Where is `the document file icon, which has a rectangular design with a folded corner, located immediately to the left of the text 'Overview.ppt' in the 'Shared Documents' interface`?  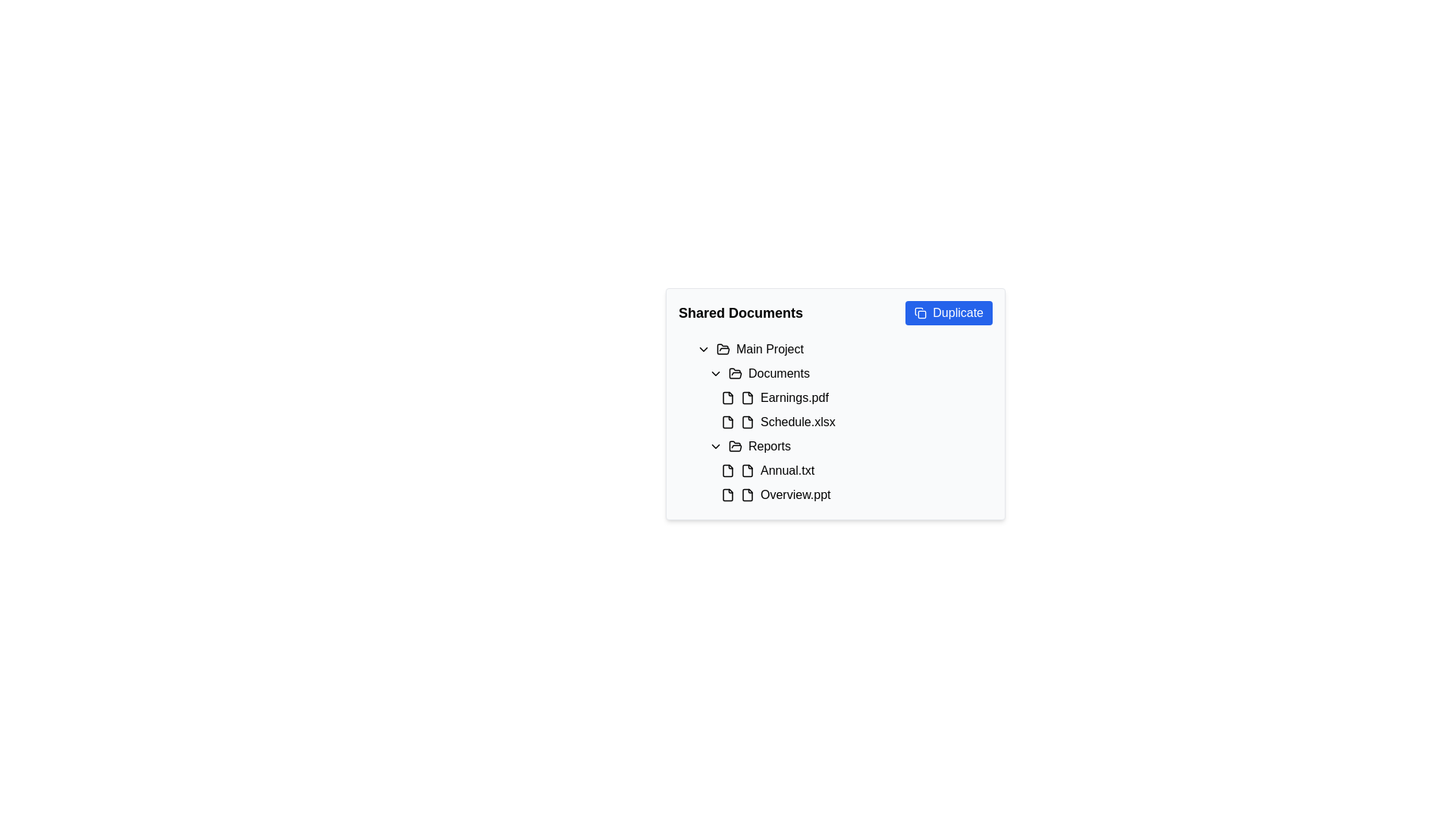 the document file icon, which has a rectangular design with a folded corner, located immediately to the left of the text 'Overview.ppt' in the 'Shared Documents' interface is located at coordinates (728, 494).